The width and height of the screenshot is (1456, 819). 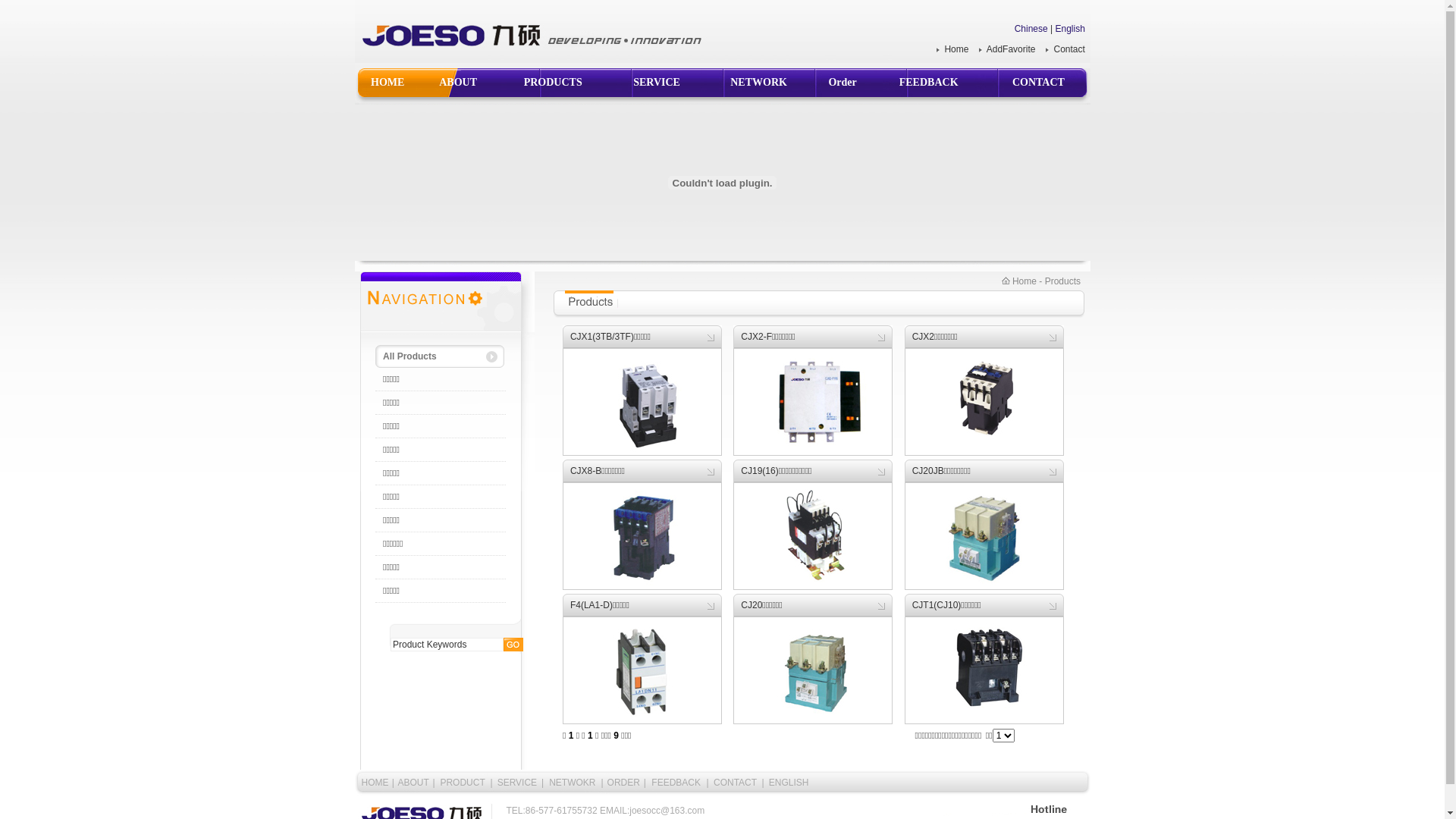 What do you see at coordinates (675, 783) in the screenshot?
I see `'FEEDBACK'` at bounding box center [675, 783].